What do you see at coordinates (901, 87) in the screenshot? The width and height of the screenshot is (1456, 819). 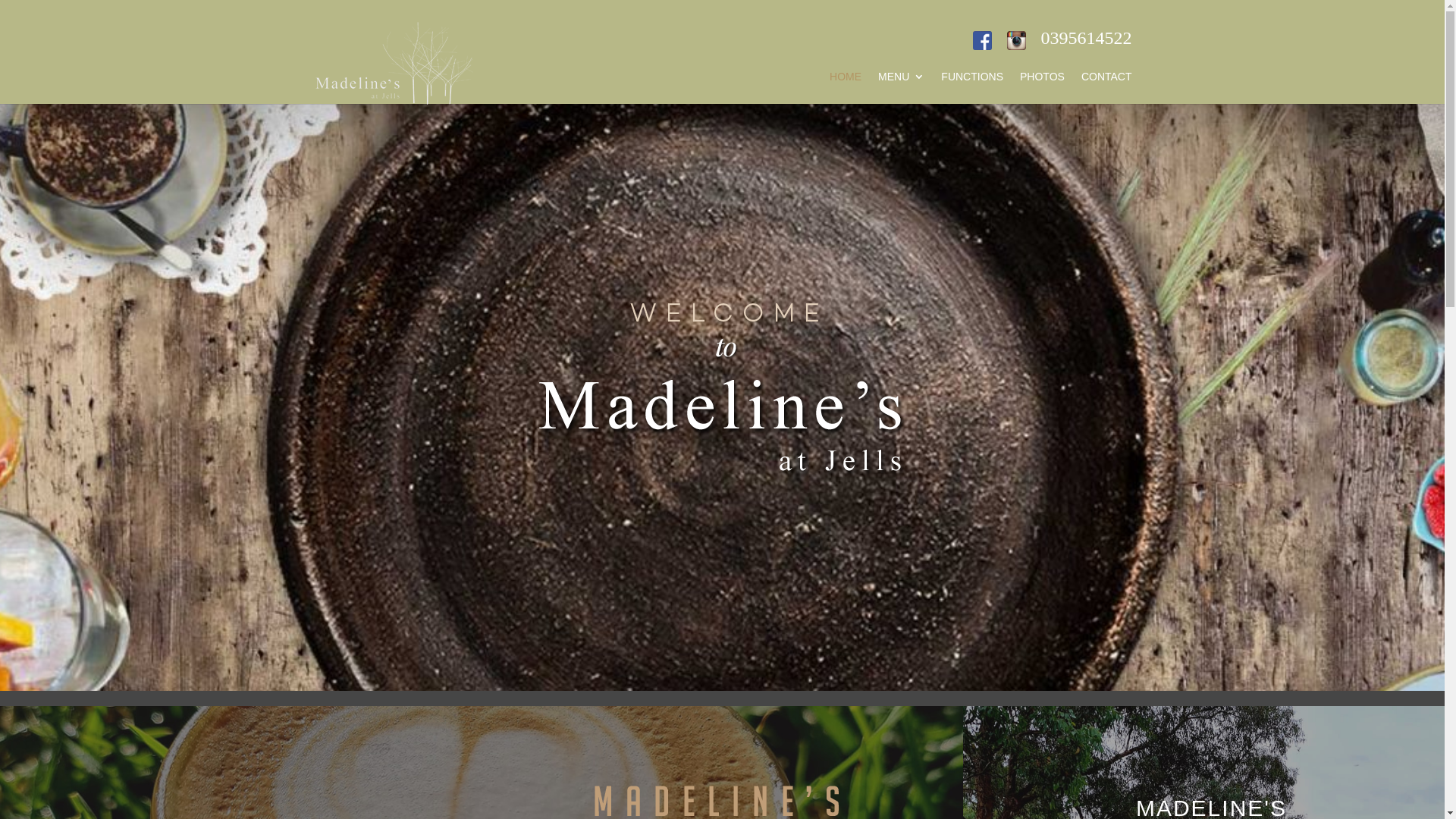 I see `'MENU'` at bounding box center [901, 87].